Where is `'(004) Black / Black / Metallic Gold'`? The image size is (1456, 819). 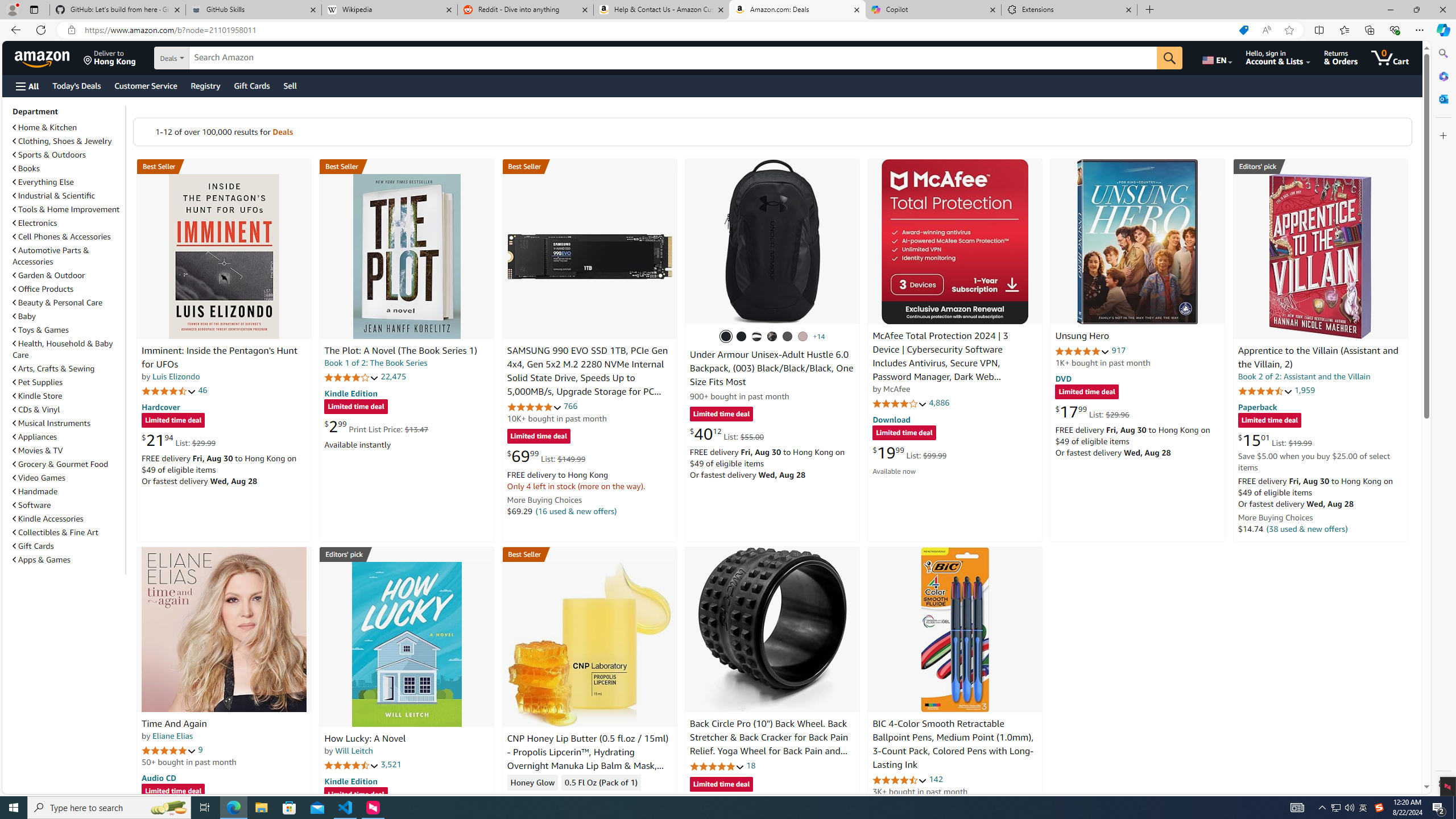 '(004) Black / Black / Metallic Gold' is located at coordinates (772, 336).